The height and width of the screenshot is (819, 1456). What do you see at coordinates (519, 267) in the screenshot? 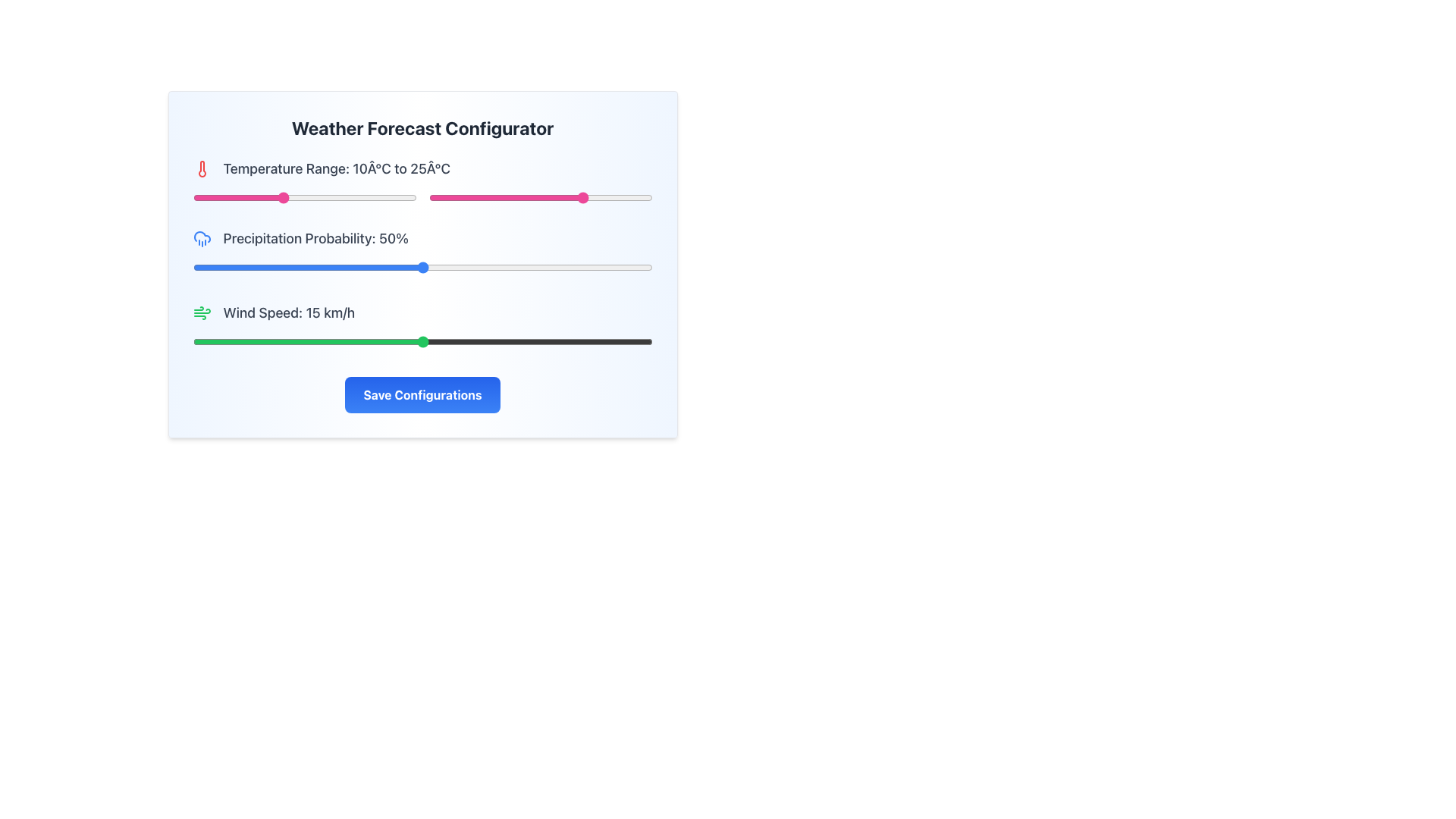
I see `the precipitation probability` at bounding box center [519, 267].